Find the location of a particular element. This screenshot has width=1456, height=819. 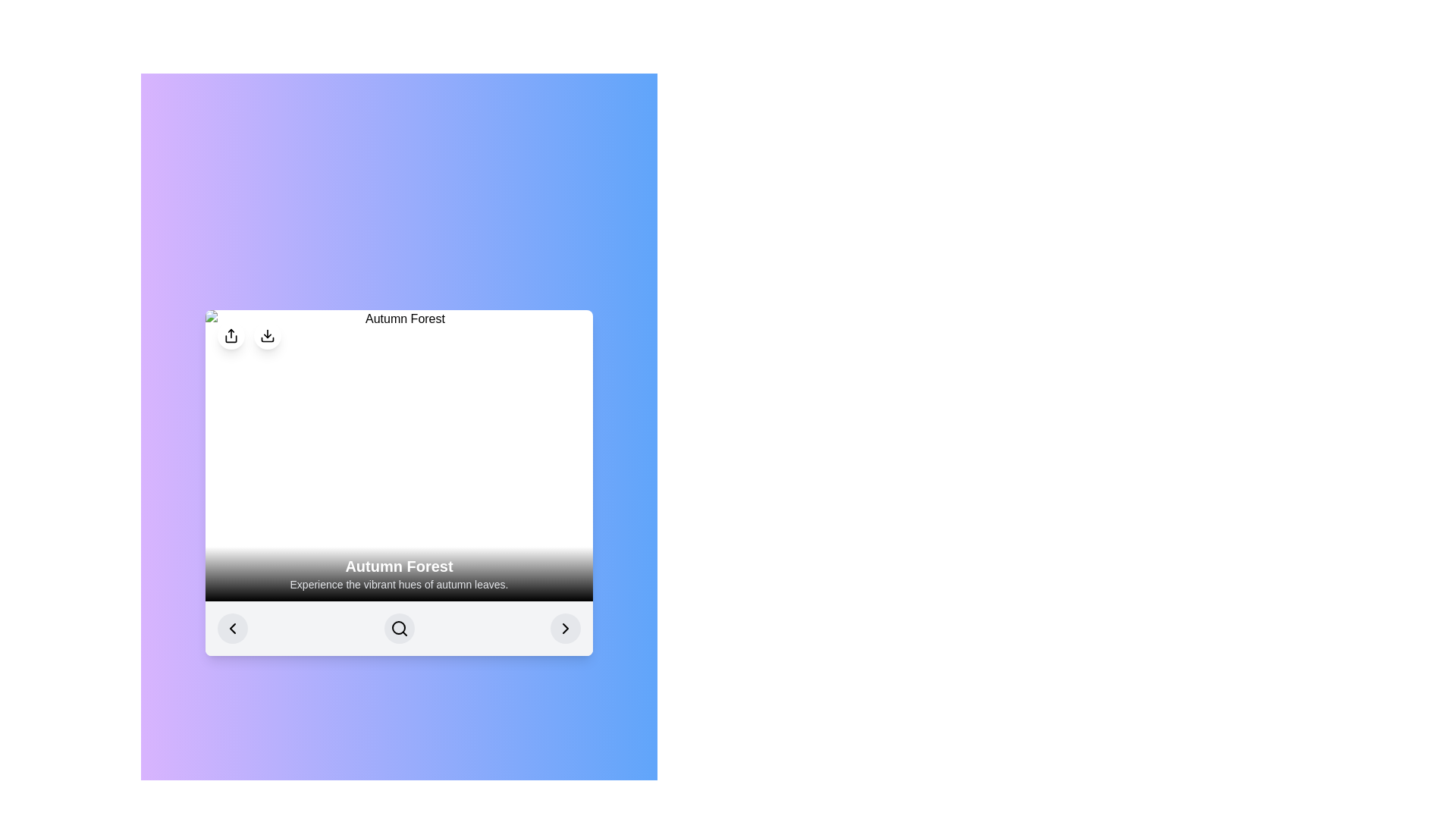

the left arrow icon button with a circular light gray background located at the bottom left corner of the control panel is located at coordinates (232, 629).